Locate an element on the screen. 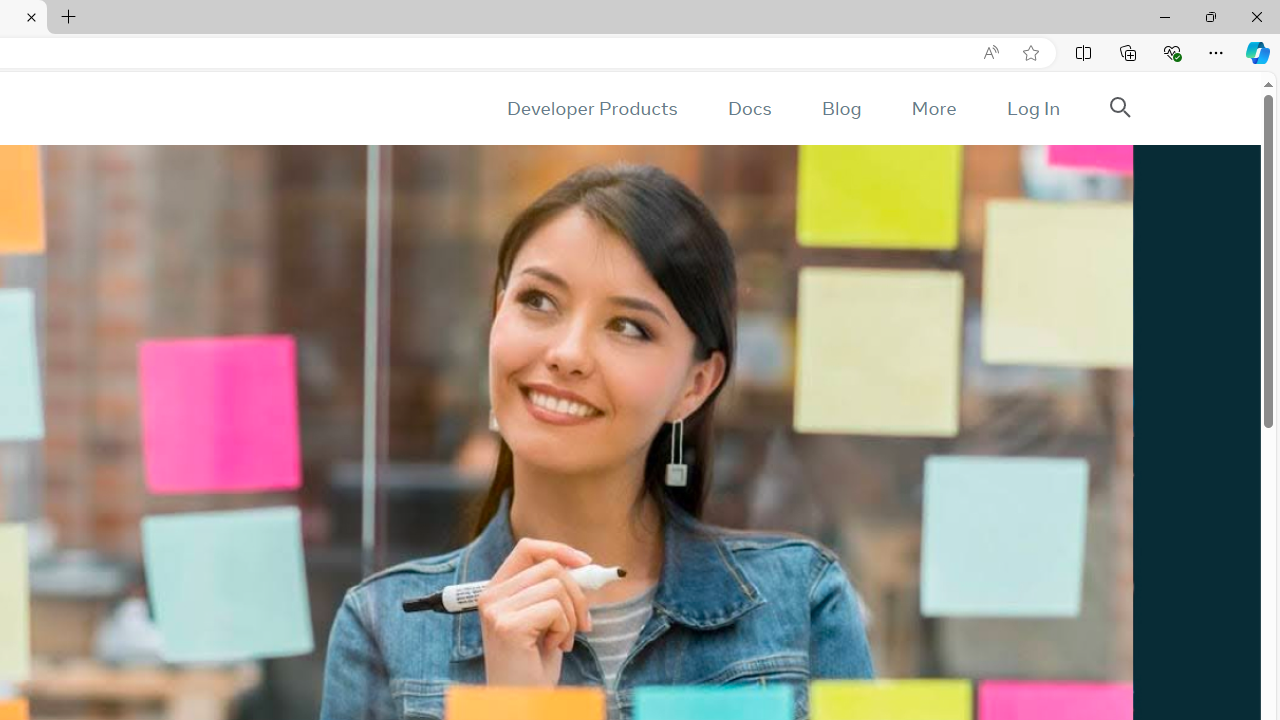 The width and height of the screenshot is (1280, 720). 'Developer Products' is located at coordinates (591, 108).